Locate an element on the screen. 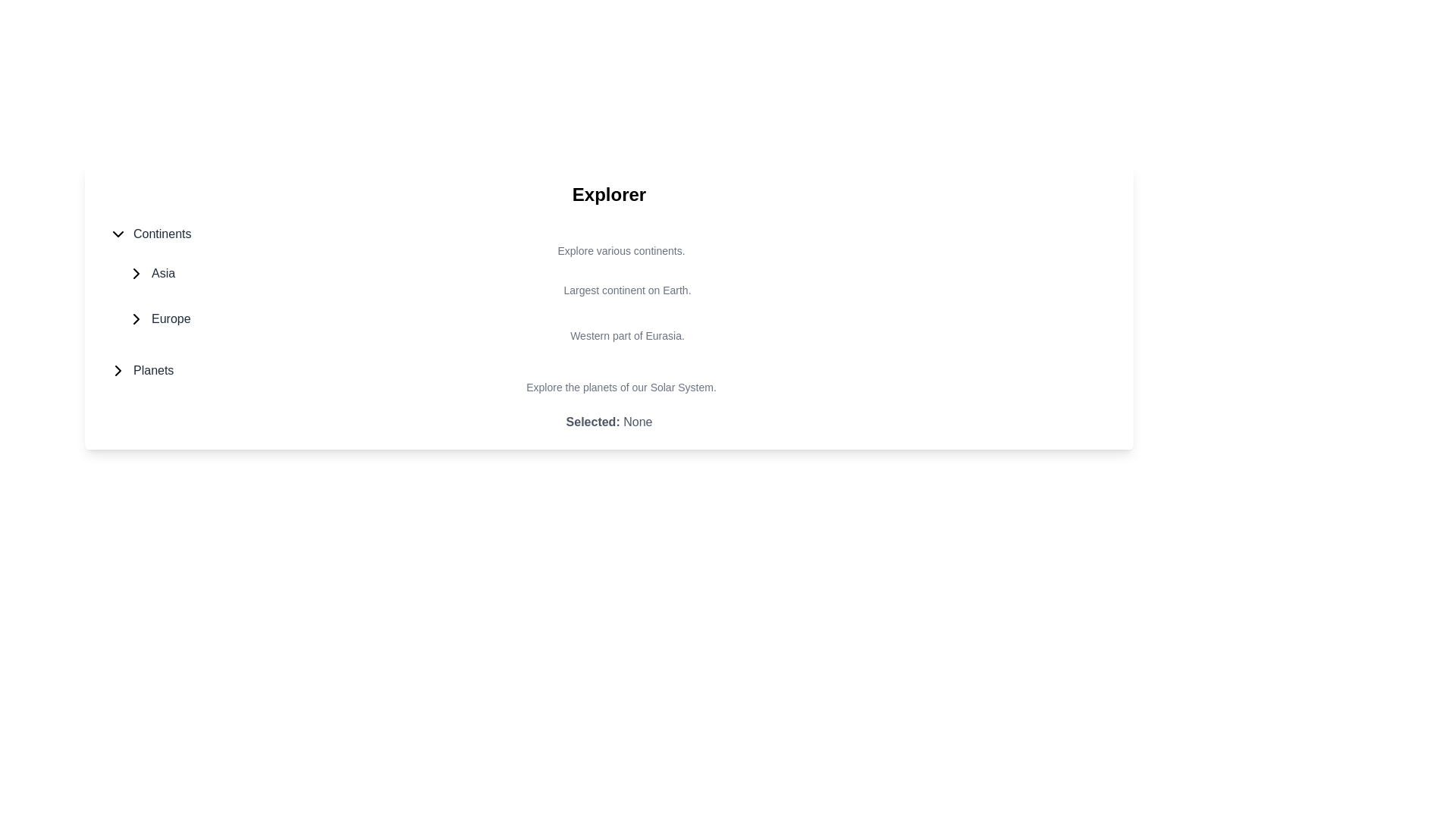  the 'Europe' label in the 'Continents' section for further interaction options is located at coordinates (171, 318).